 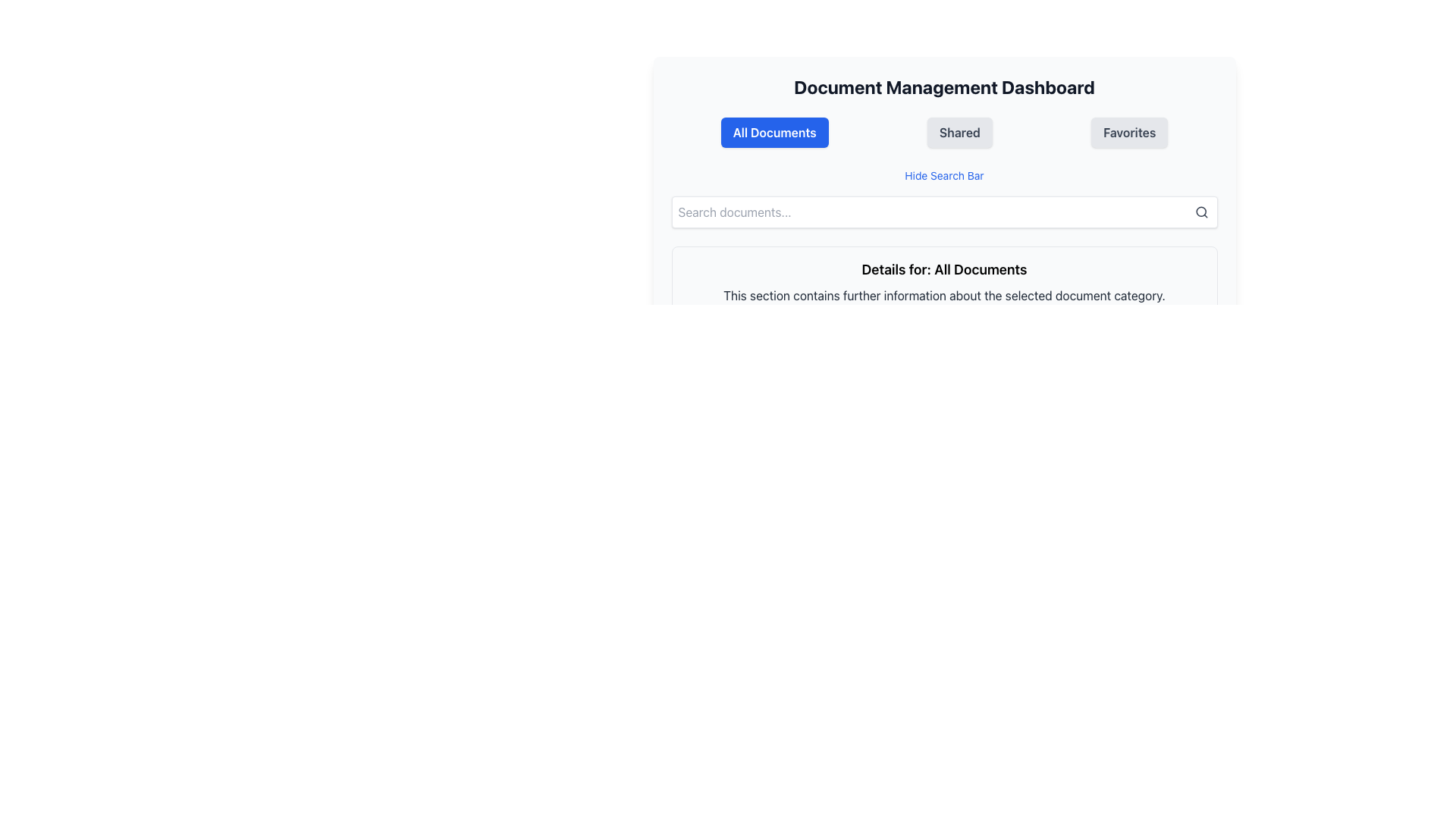 What do you see at coordinates (1129, 131) in the screenshot?
I see `the 'Favorites' button that switches the displayed content to show only documents marked as favorites for accessibility navigation` at bounding box center [1129, 131].